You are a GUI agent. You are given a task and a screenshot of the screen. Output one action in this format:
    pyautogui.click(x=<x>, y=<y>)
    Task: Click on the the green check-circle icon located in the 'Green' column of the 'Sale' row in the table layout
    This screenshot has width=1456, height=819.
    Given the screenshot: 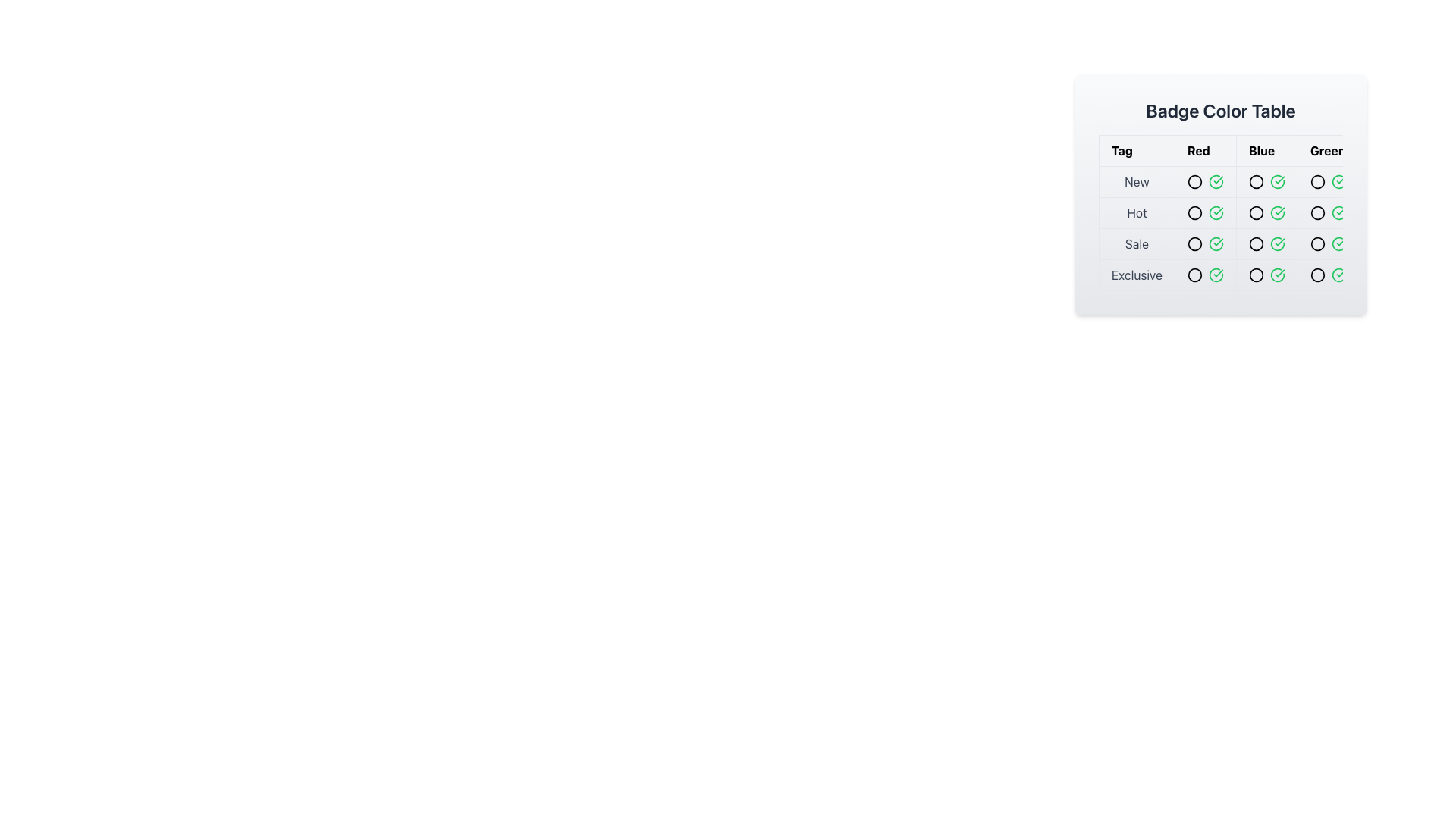 What is the action you would take?
    pyautogui.click(x=1216, y=243)
    